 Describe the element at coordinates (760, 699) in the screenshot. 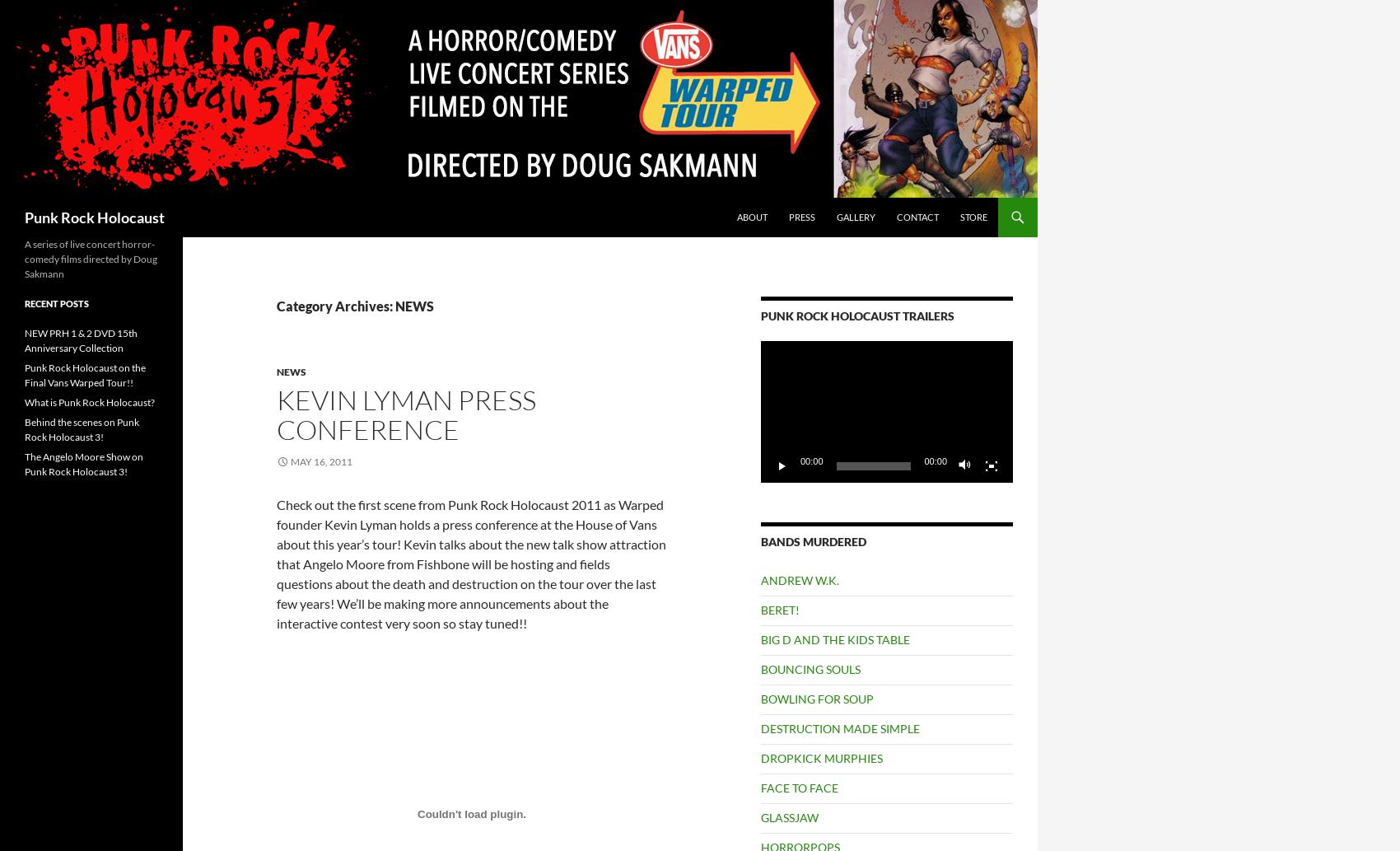

I see `'BOWLING FOR SOUP'` at that location.